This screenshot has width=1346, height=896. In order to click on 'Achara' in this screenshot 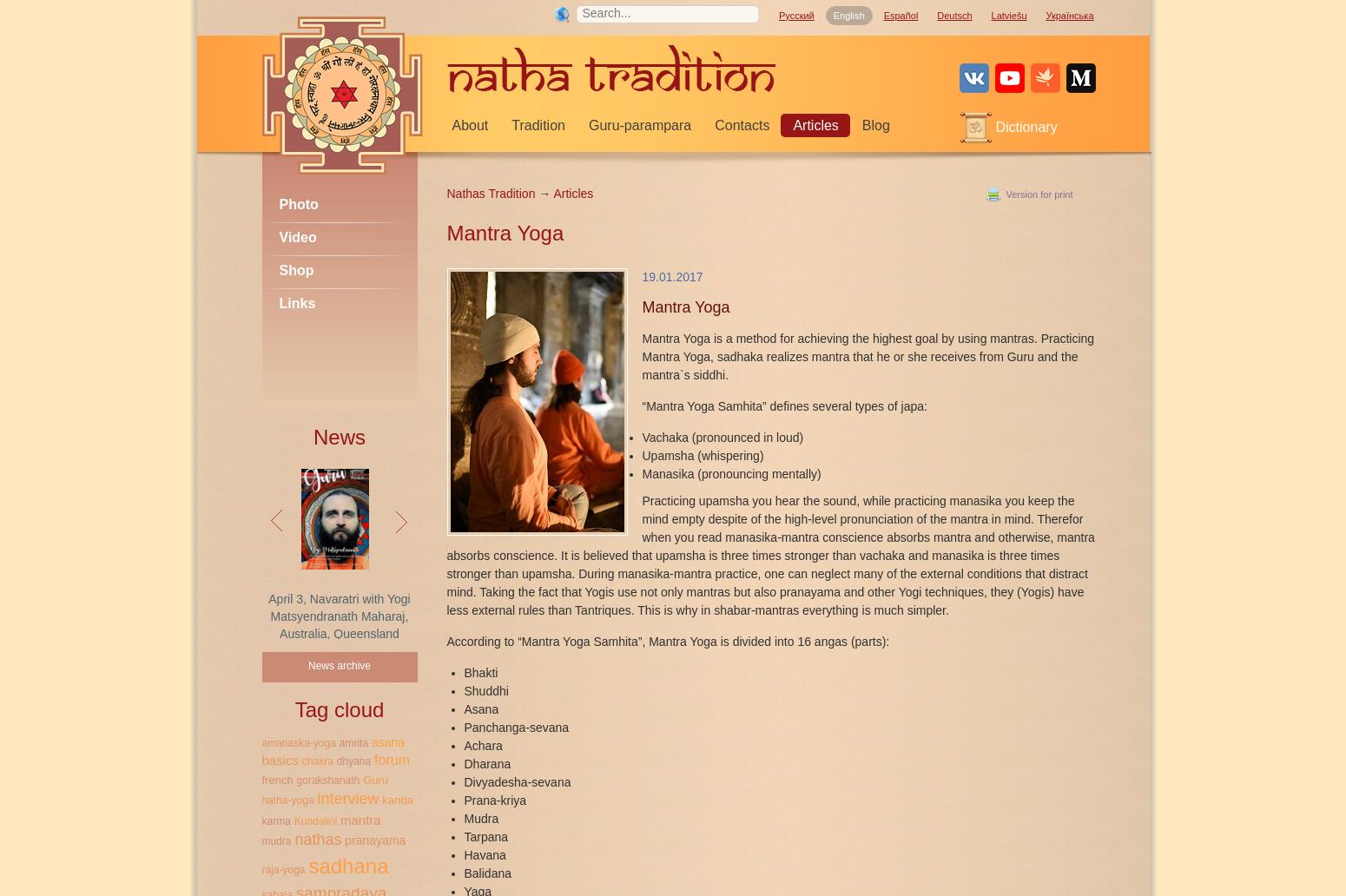, I will do `click(482, 745)`.